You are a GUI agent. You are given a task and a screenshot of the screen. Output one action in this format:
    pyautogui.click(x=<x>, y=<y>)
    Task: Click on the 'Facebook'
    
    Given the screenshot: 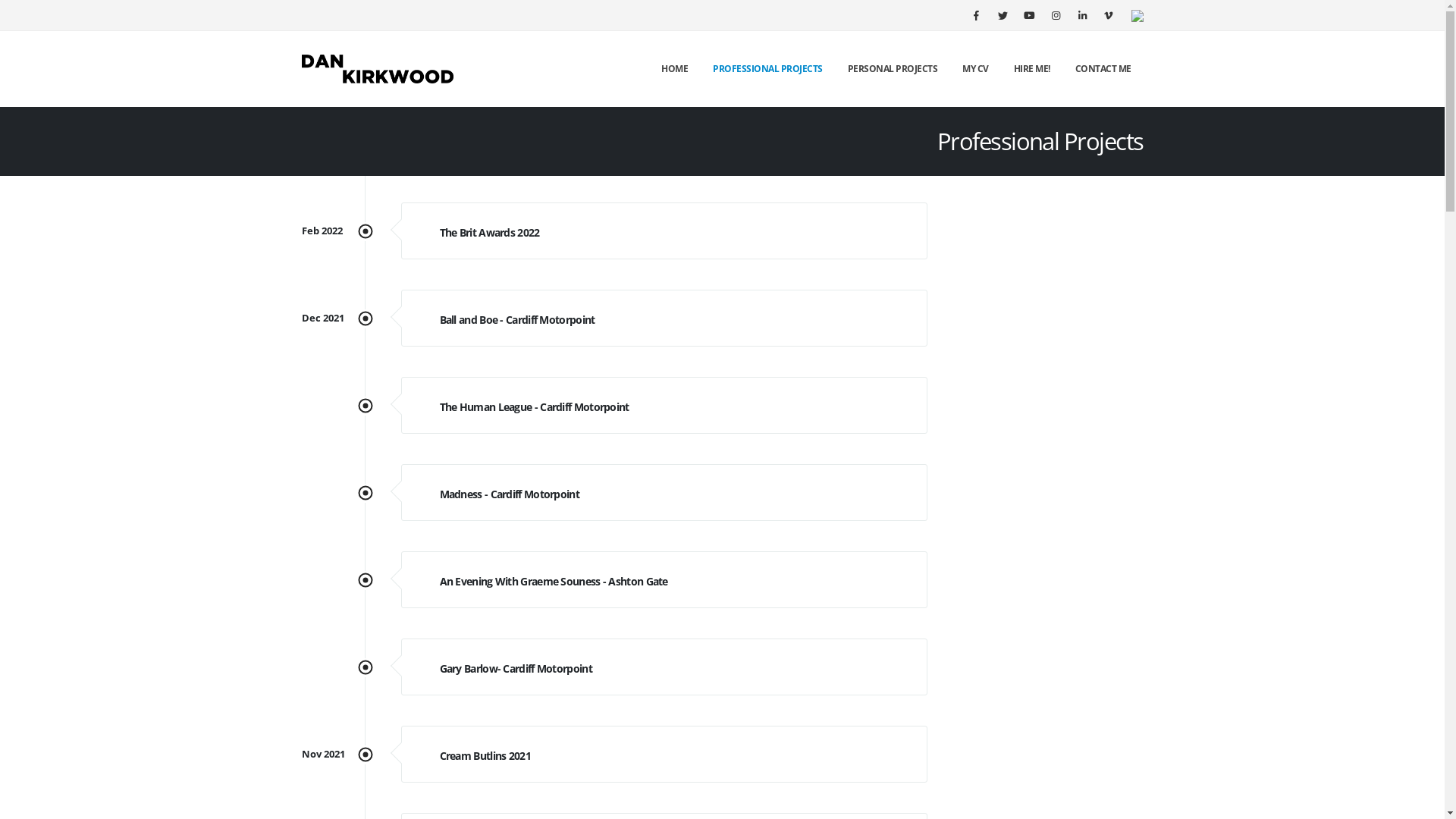 What is the action you would take?
    pyautogui.click(x=975, y=14)
    